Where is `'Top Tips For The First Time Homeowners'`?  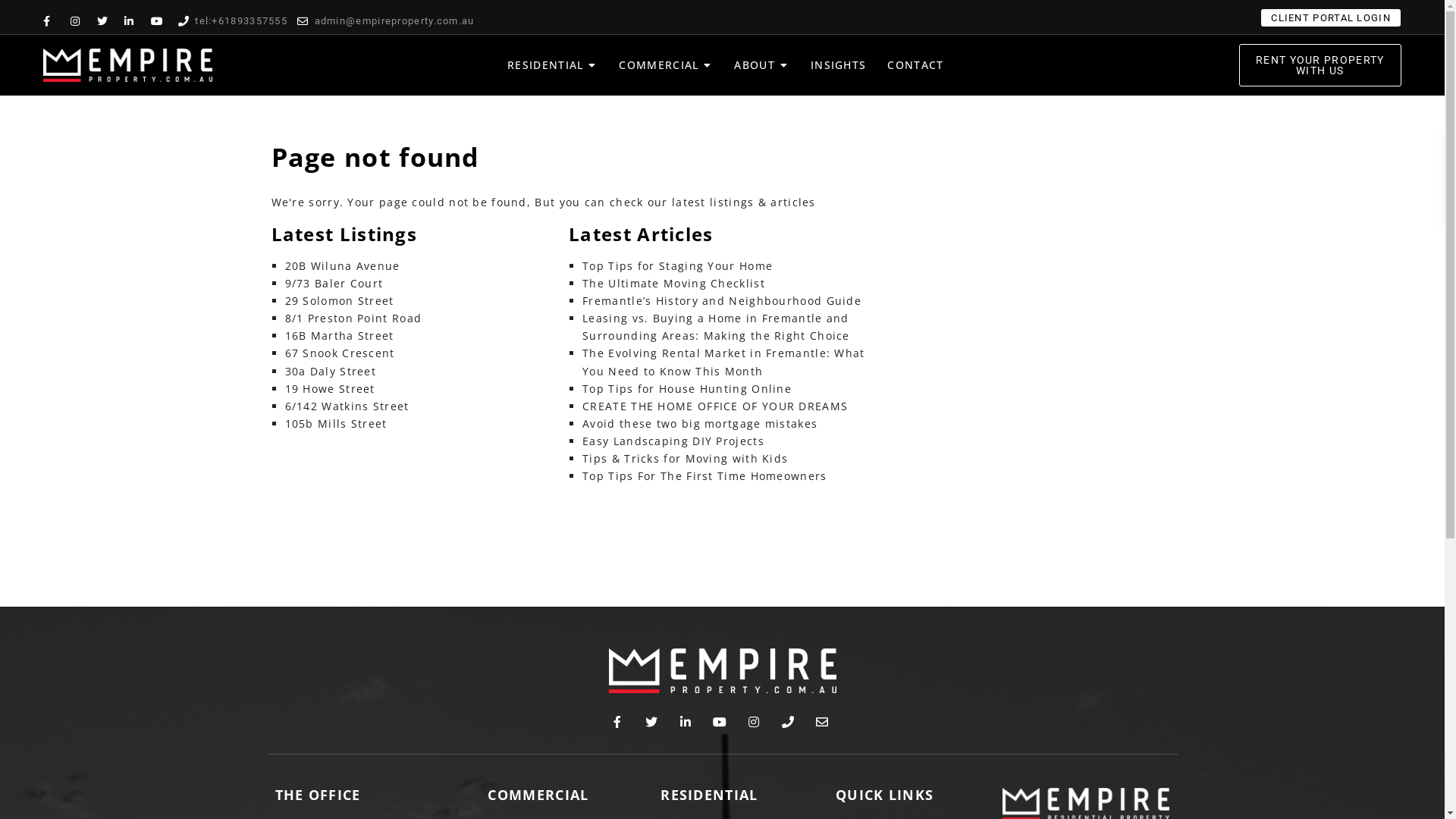
'Top Tips For The First Time Homeowners' is located at coordinates (704, 475).